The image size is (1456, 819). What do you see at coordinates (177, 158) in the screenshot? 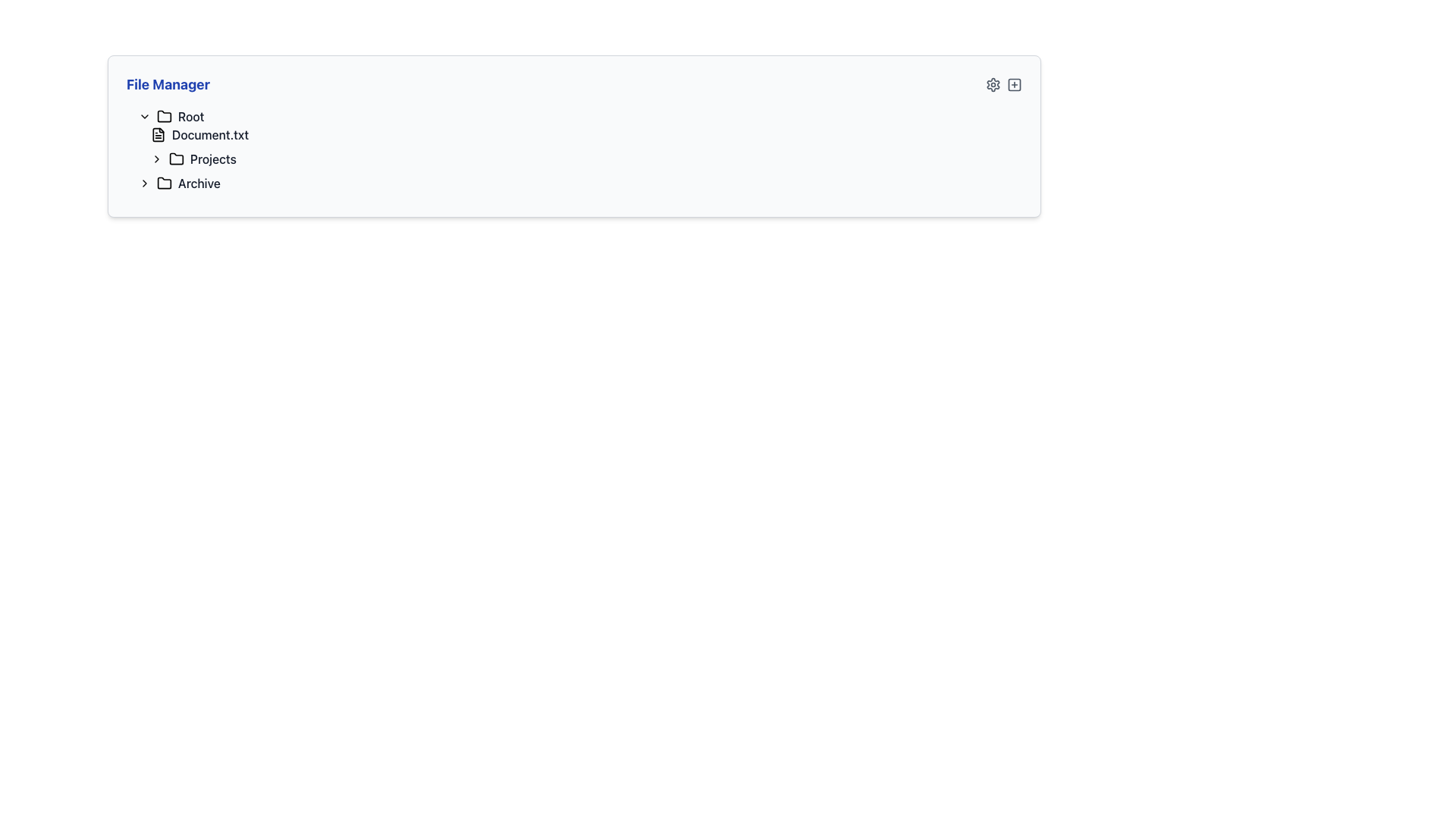
I see `the folder icon located to the left of the 'Projects' text label` at bounding box center [177, 158].